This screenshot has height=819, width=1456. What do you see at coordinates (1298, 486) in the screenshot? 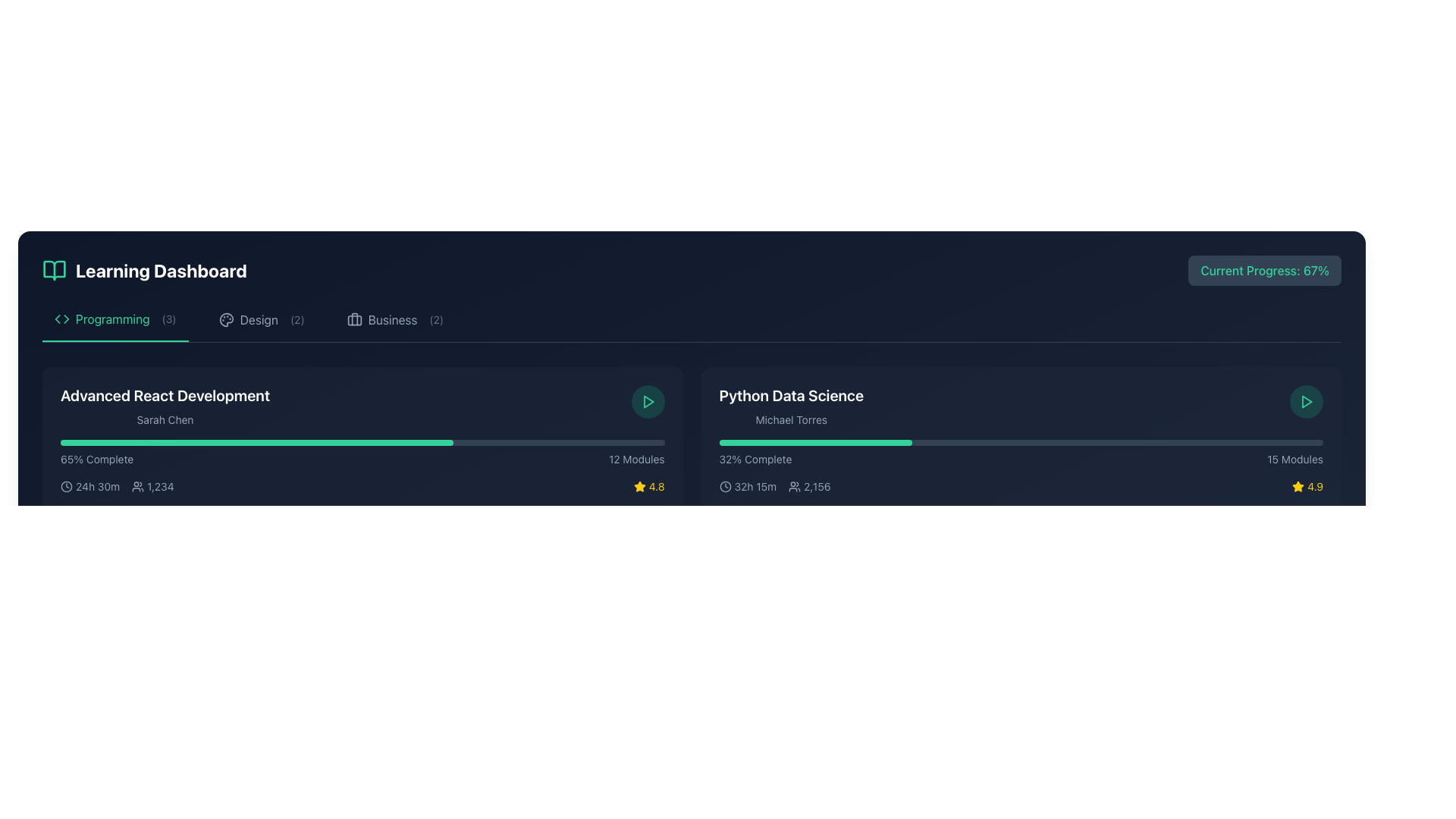
I see `the star icon representing the rating system for the 'Python Data Science' card located at the bottom-right corner, next to the rating '4.9'` at bounding box center [1298, 486].